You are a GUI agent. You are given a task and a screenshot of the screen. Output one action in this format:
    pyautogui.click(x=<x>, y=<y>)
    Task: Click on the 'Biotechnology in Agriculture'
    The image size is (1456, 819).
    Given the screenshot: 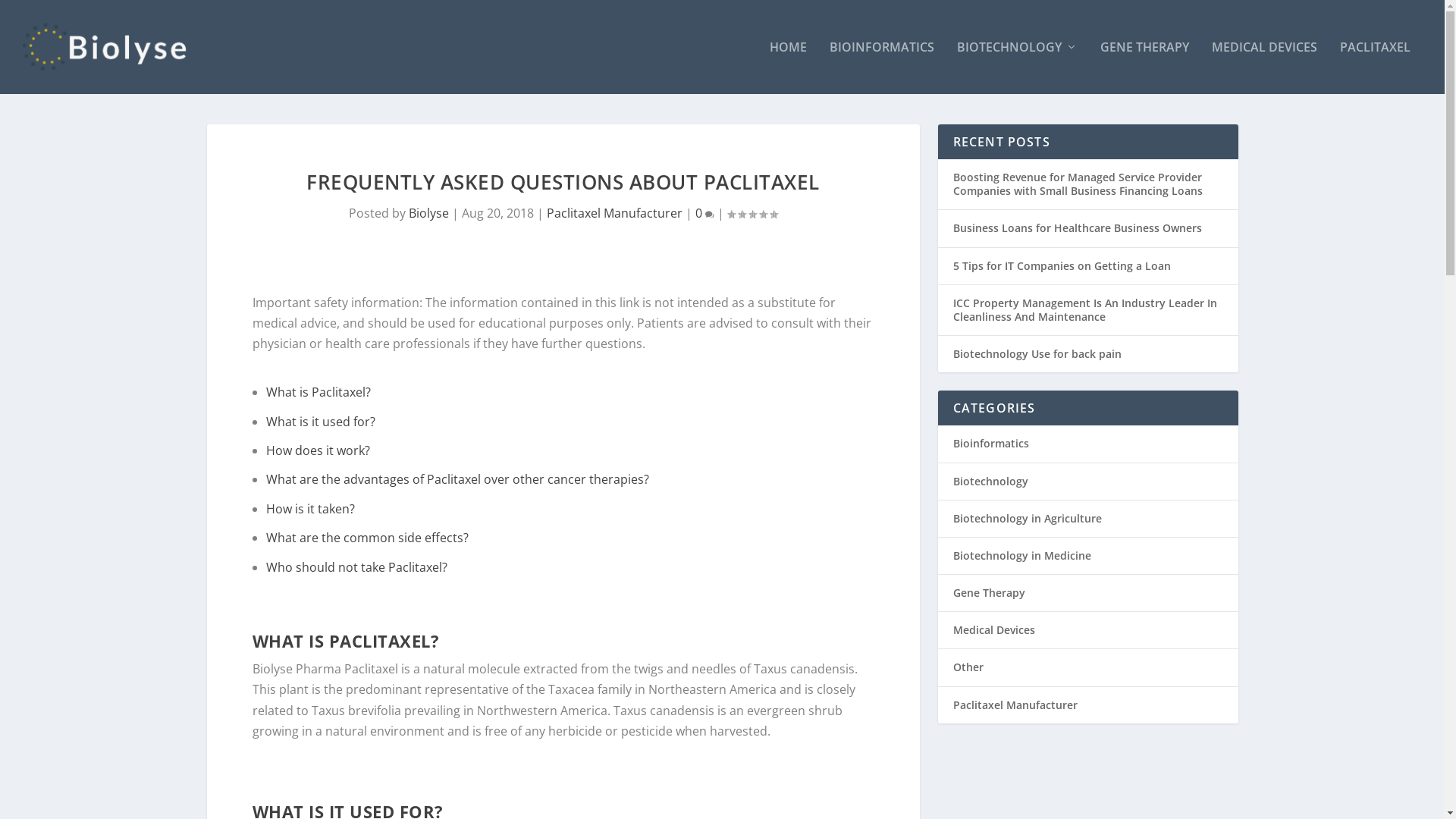 What is the action you would take?
    pyautogui.click(x=1026, y=517)
    